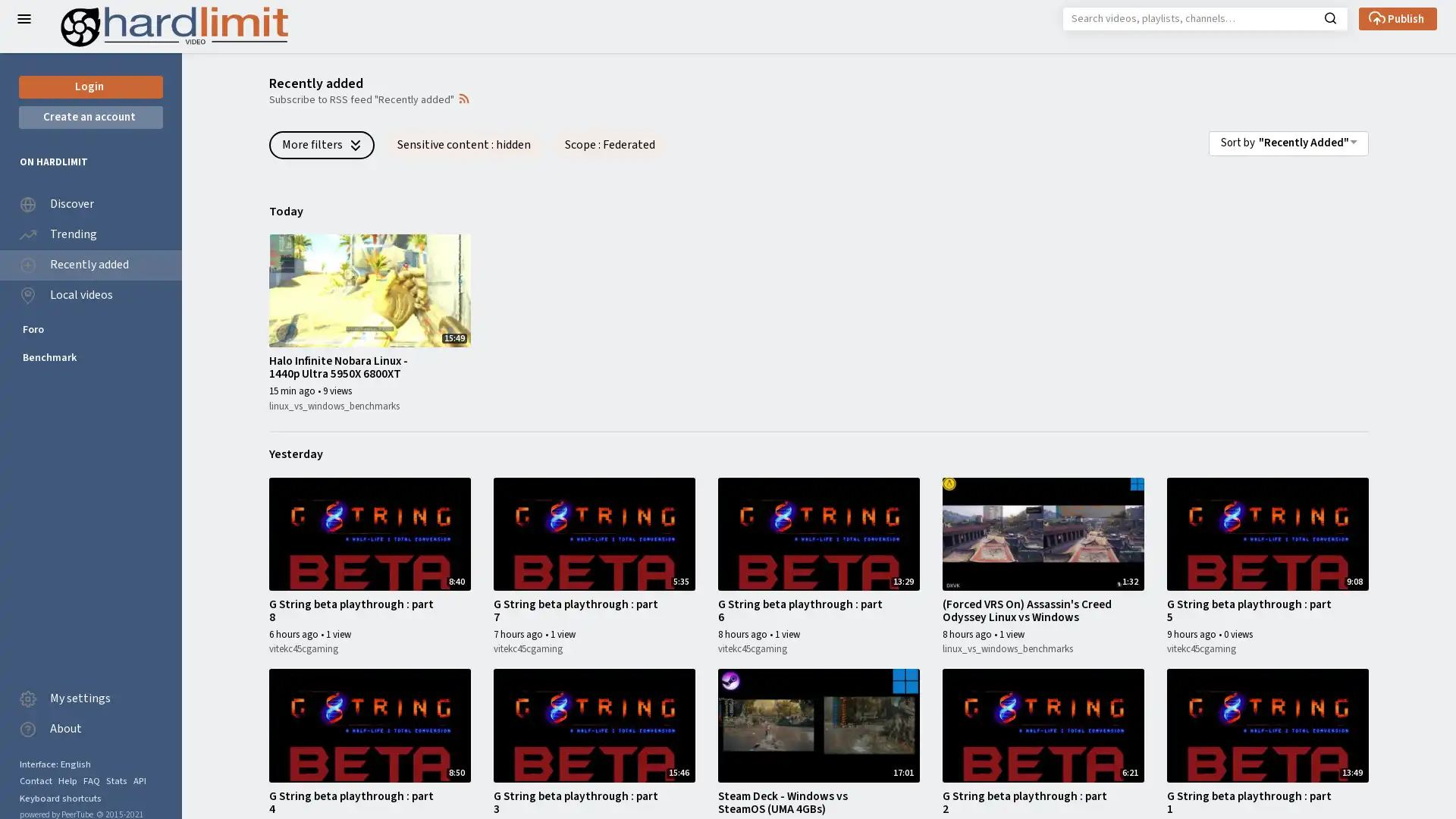 The height and width of the screenshot is (819, 1456). Describe the element at coordinates (1329, 17) in the screenshot. I see `Search` at that location.